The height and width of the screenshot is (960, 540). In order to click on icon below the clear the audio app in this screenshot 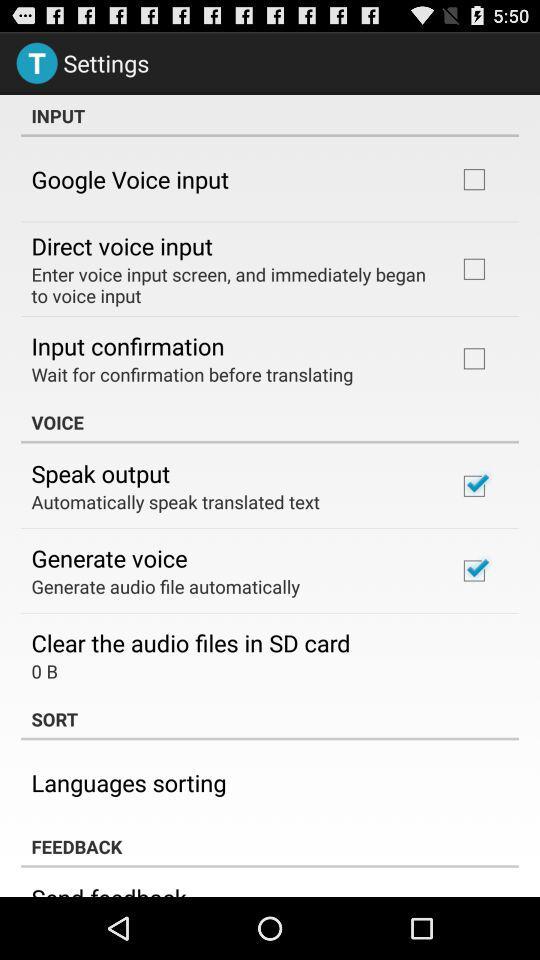, I will do `click(44, 671)`.